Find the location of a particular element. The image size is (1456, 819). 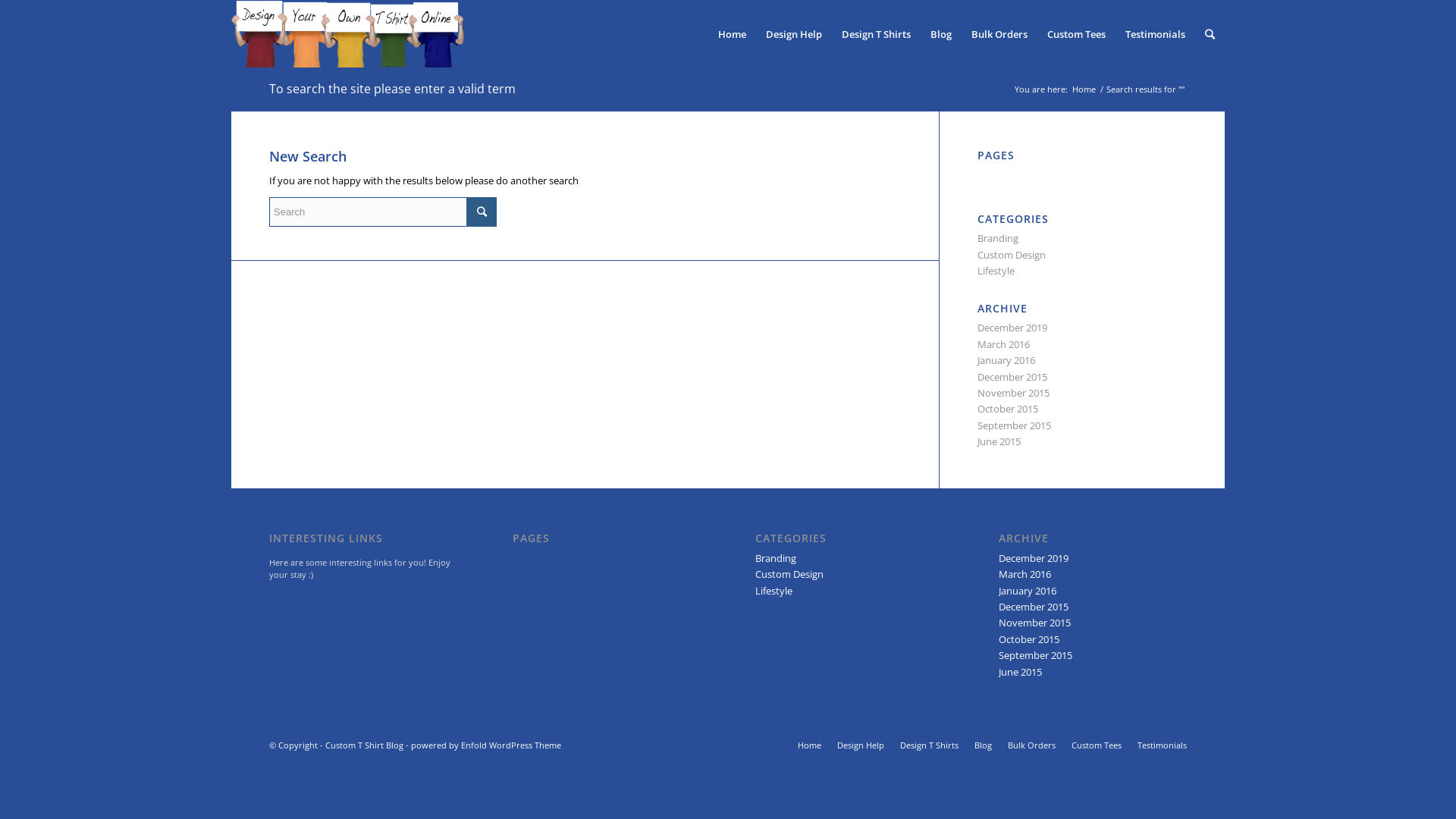

'Custom Tees' is located at coordinates (1096, 744).